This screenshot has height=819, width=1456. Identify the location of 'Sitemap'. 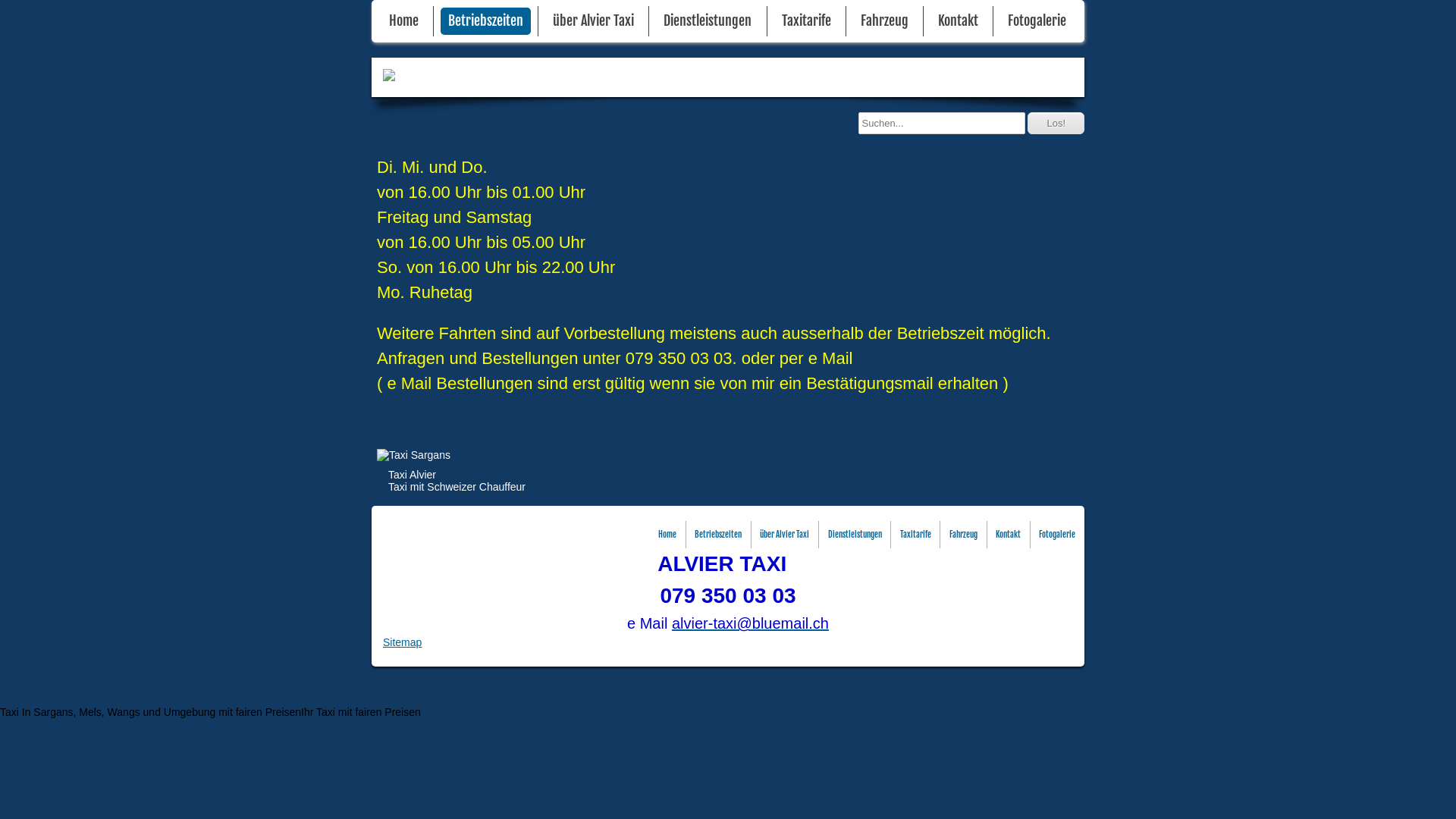
(402, 642).